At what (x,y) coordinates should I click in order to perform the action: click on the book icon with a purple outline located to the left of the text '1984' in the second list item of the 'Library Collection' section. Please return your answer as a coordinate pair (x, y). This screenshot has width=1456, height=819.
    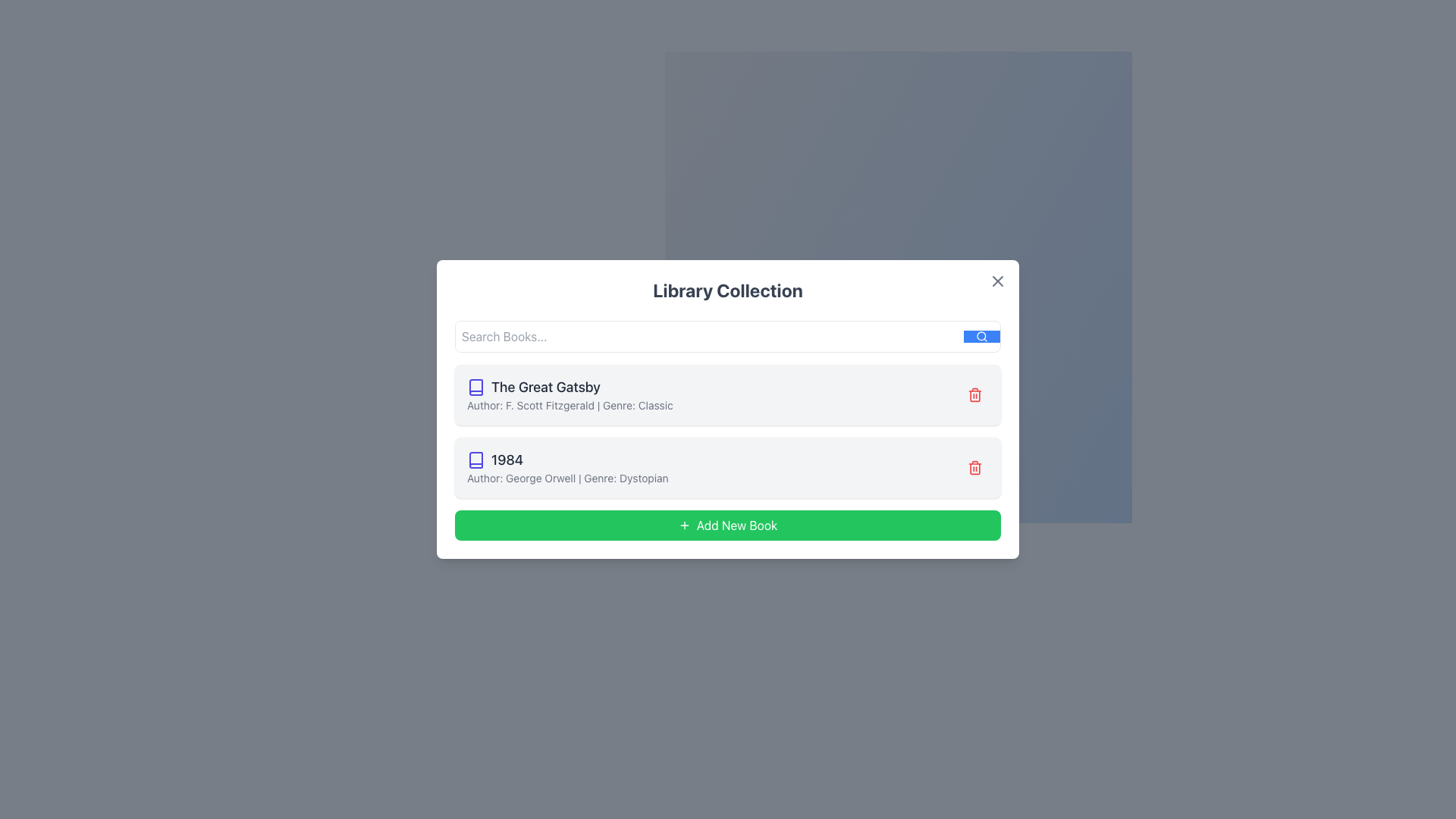
    Looking at the image, I should click on (475, 459).